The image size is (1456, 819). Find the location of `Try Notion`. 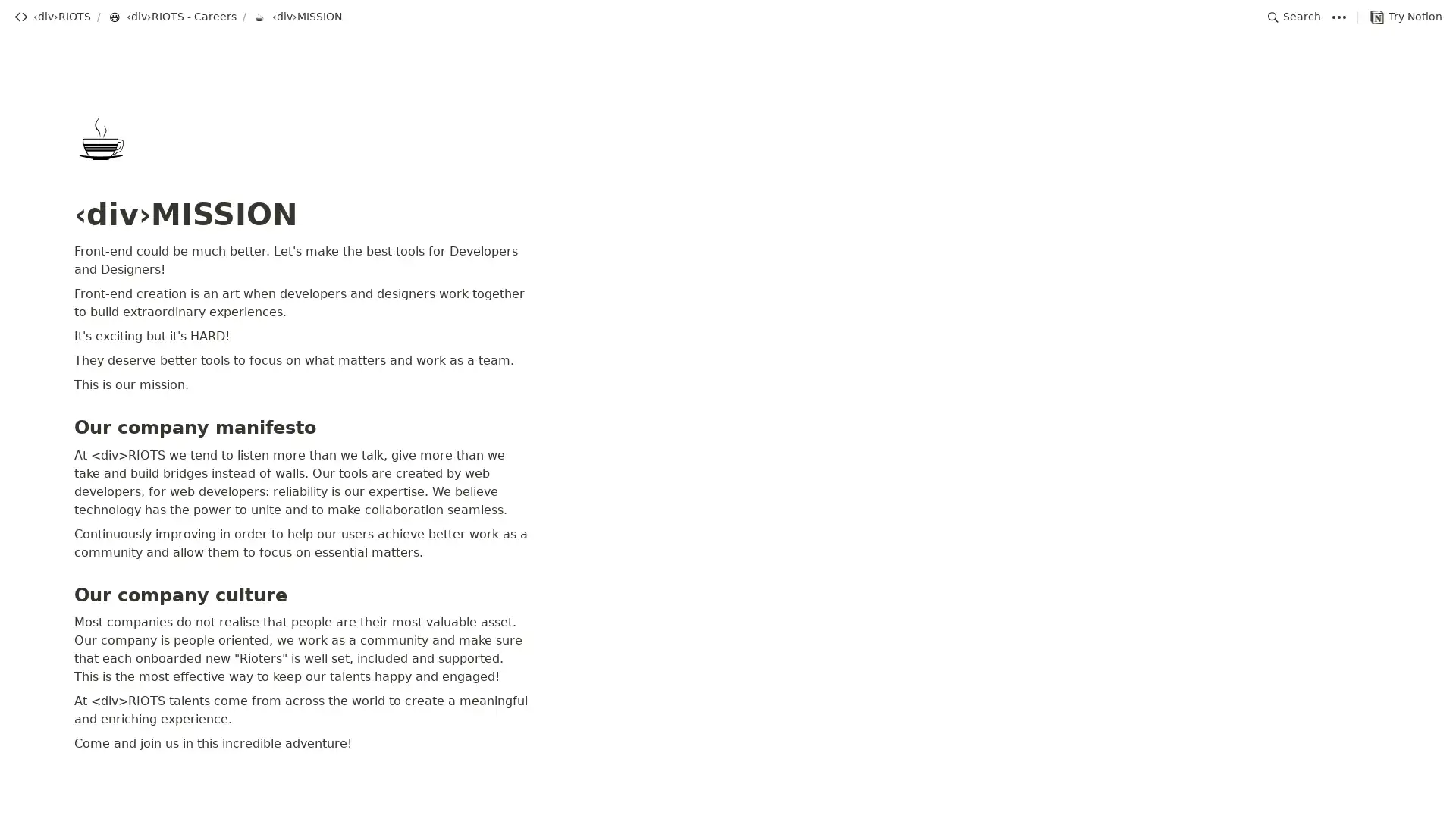

Try Notion is located at coordinates (1405, 17).